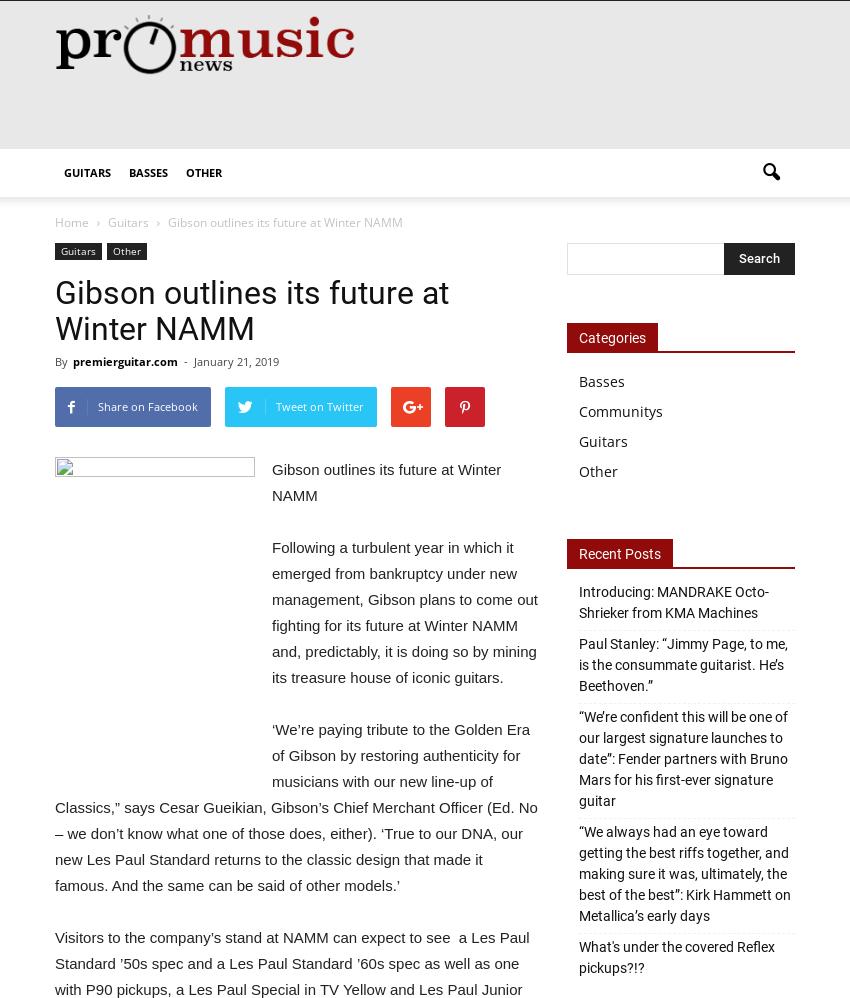 The image size is (850, 998). I want to click on 'Search', so click(405, 80).